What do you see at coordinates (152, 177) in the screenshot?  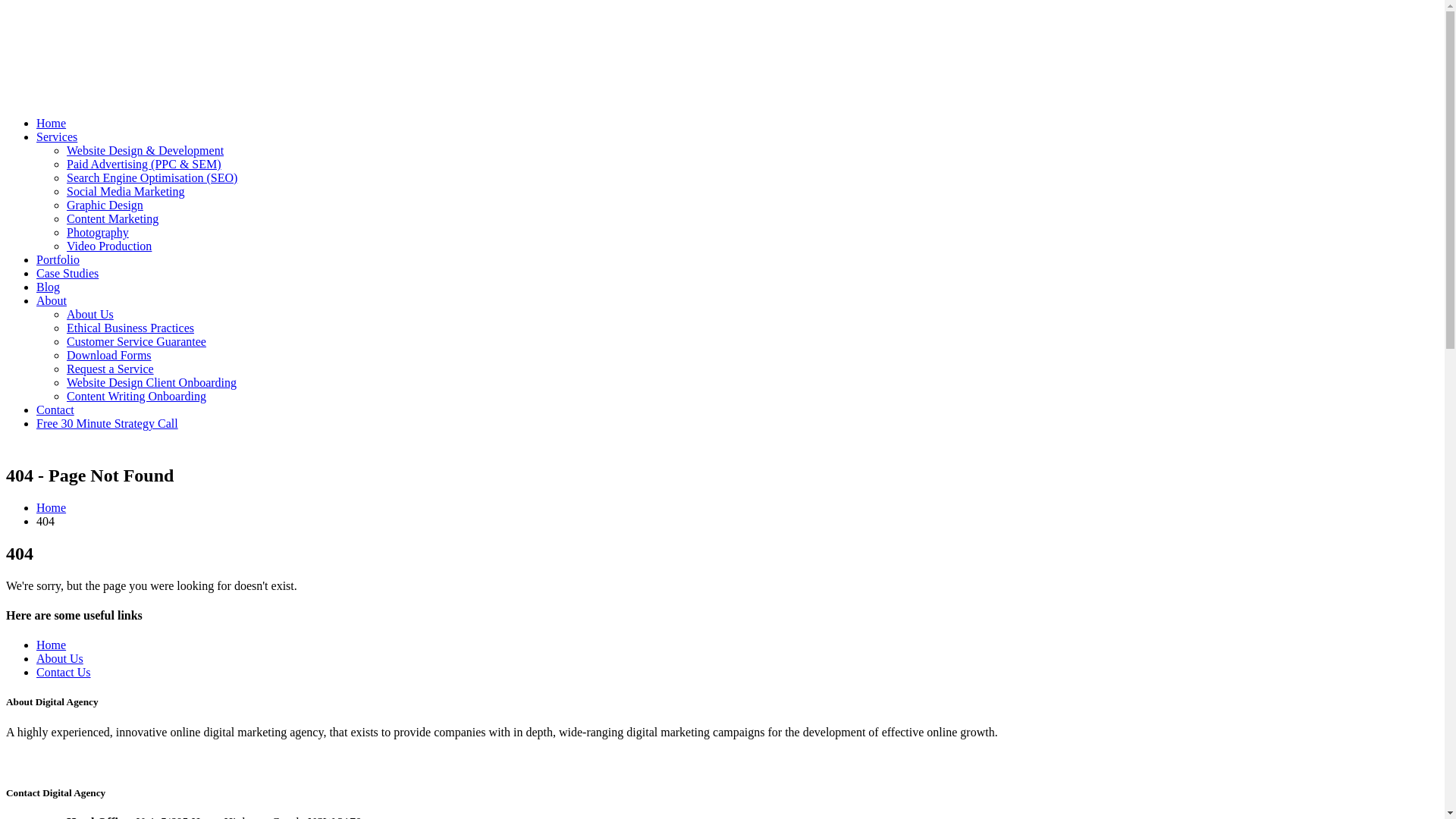 I see `'Search Engine Optimisation (SEO)'` at bounding box center [152, 177].